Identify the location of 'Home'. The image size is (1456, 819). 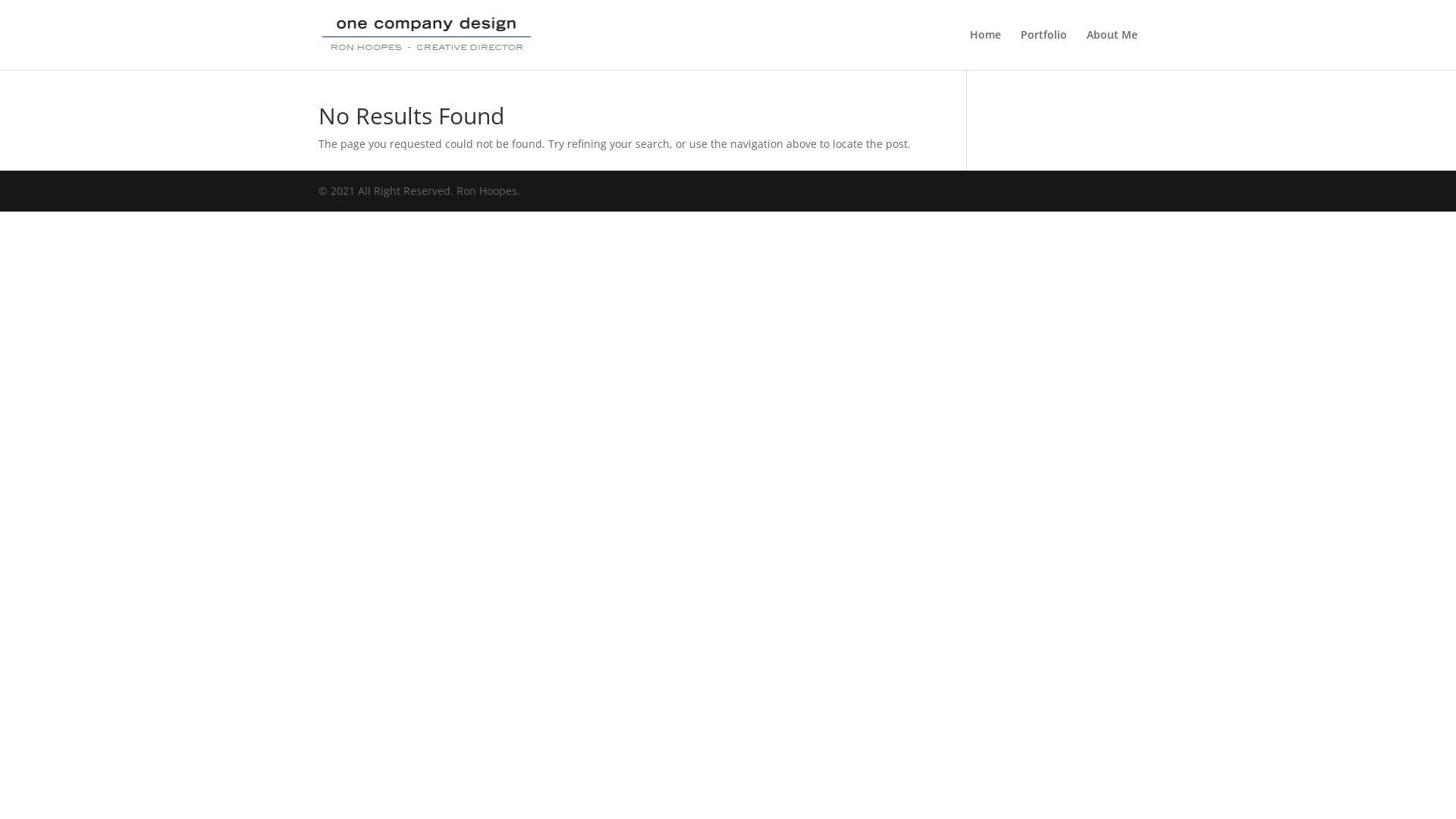
(968, 49).